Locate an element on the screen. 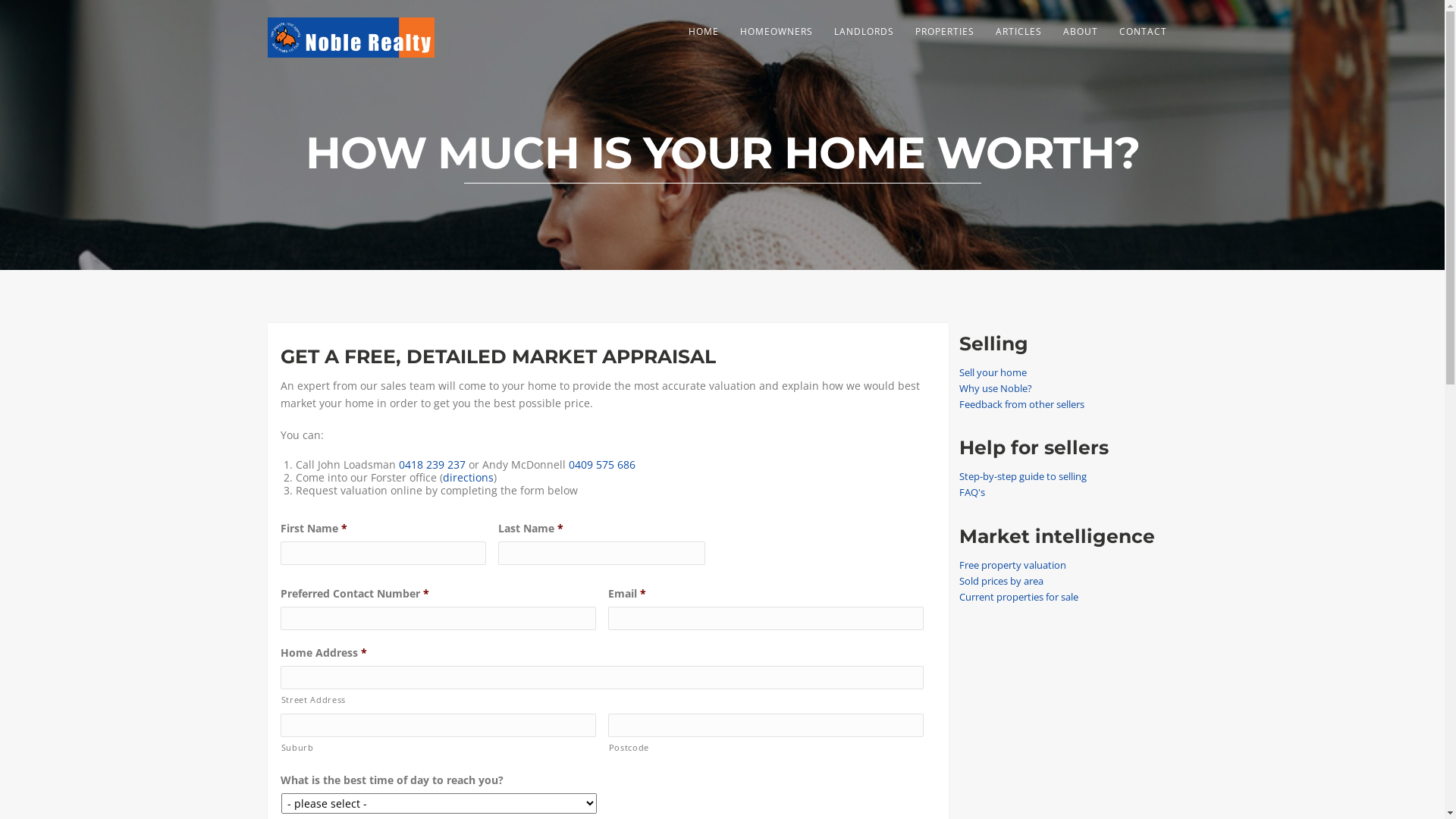 The width and height of the screenshot is (1456, 819). 'FAQ's' is located at coordinates (971, 491).